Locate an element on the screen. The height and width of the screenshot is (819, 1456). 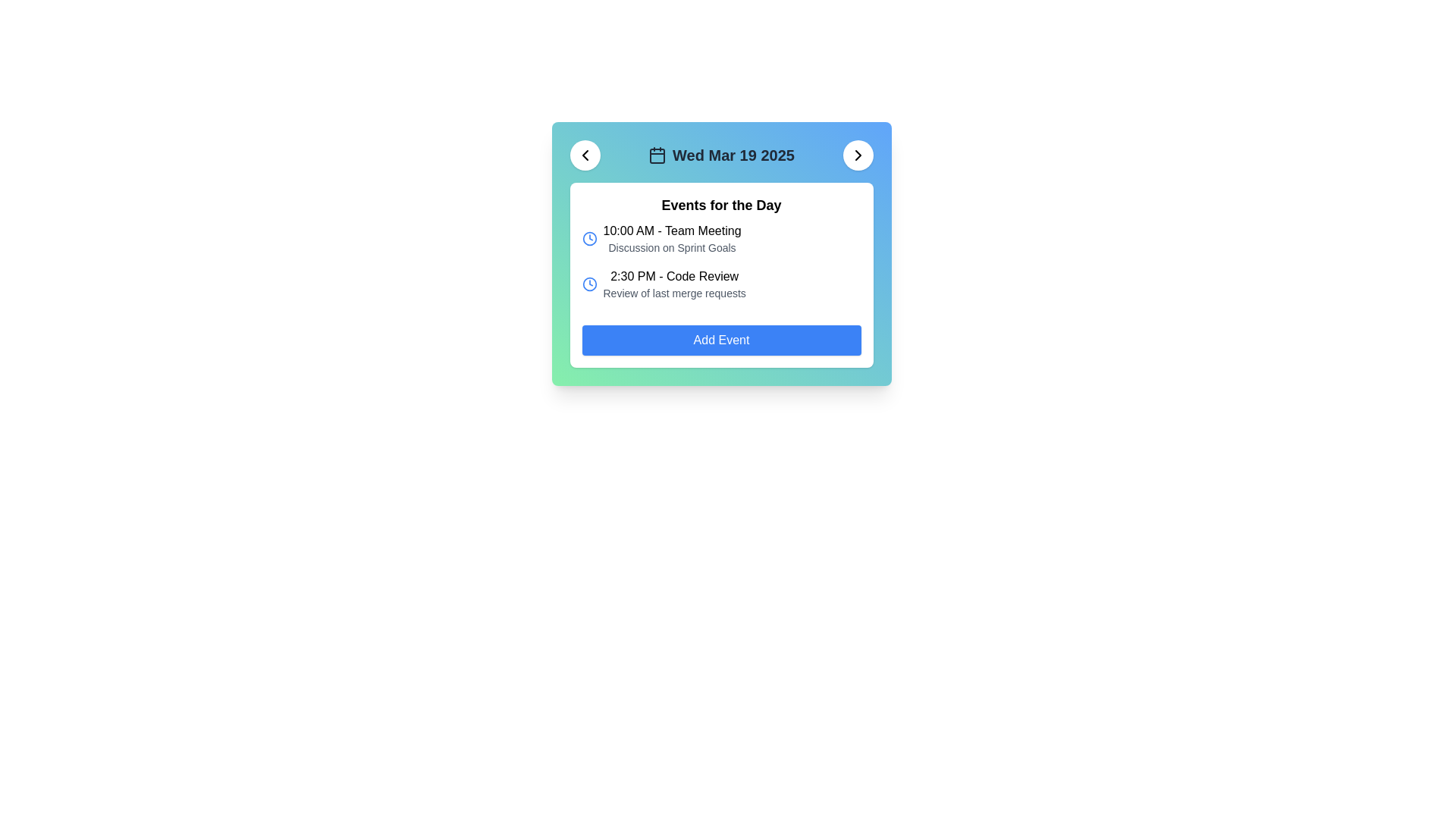
the decorative graphical element of the calendar icon, which is located to the left of the date label 'Wed Mar 19 2025' in the widget's header is located at coordinates (657, 155).